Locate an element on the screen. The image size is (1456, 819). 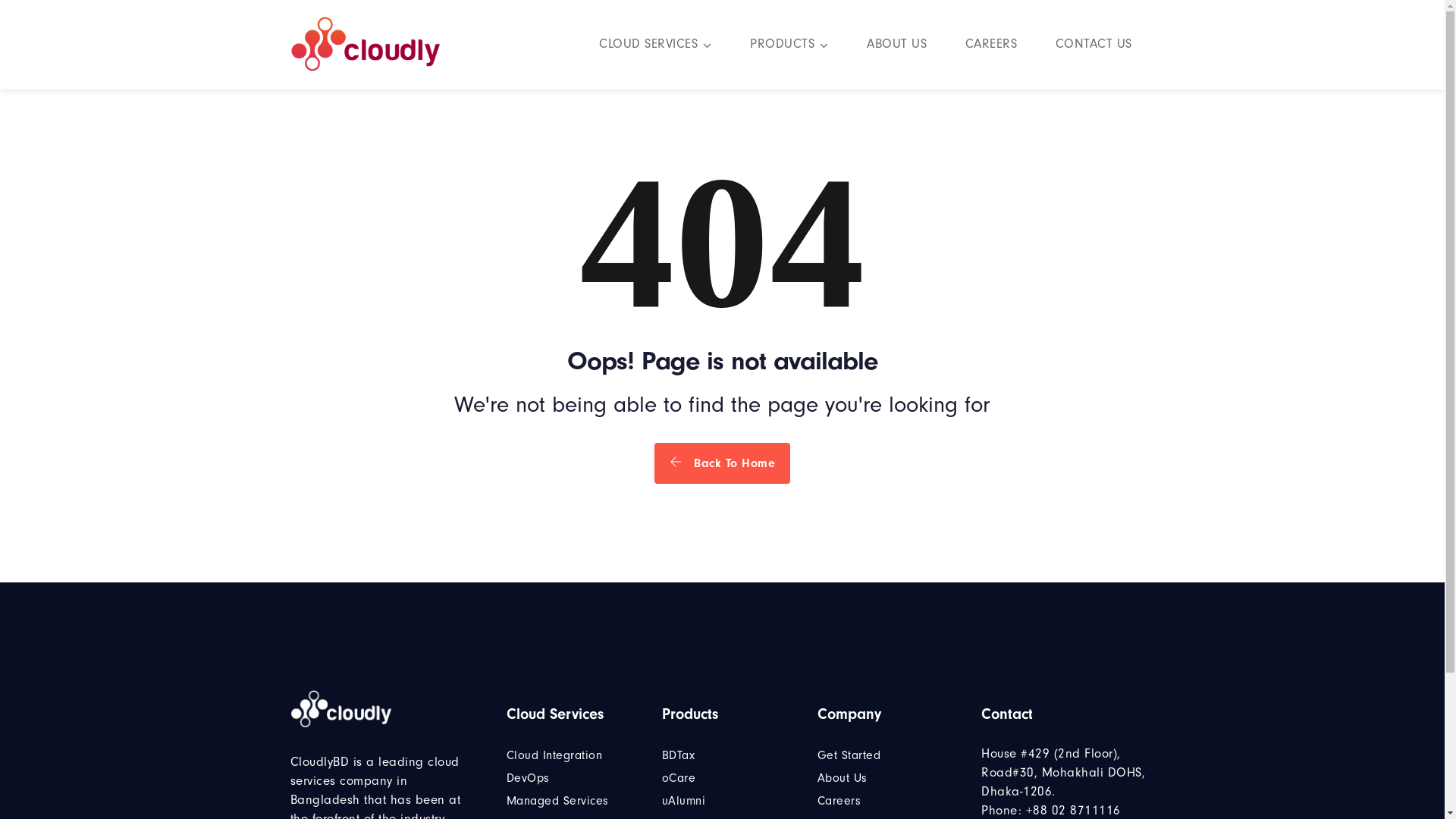
'Managed Services' is located at coordinates (557, 800).